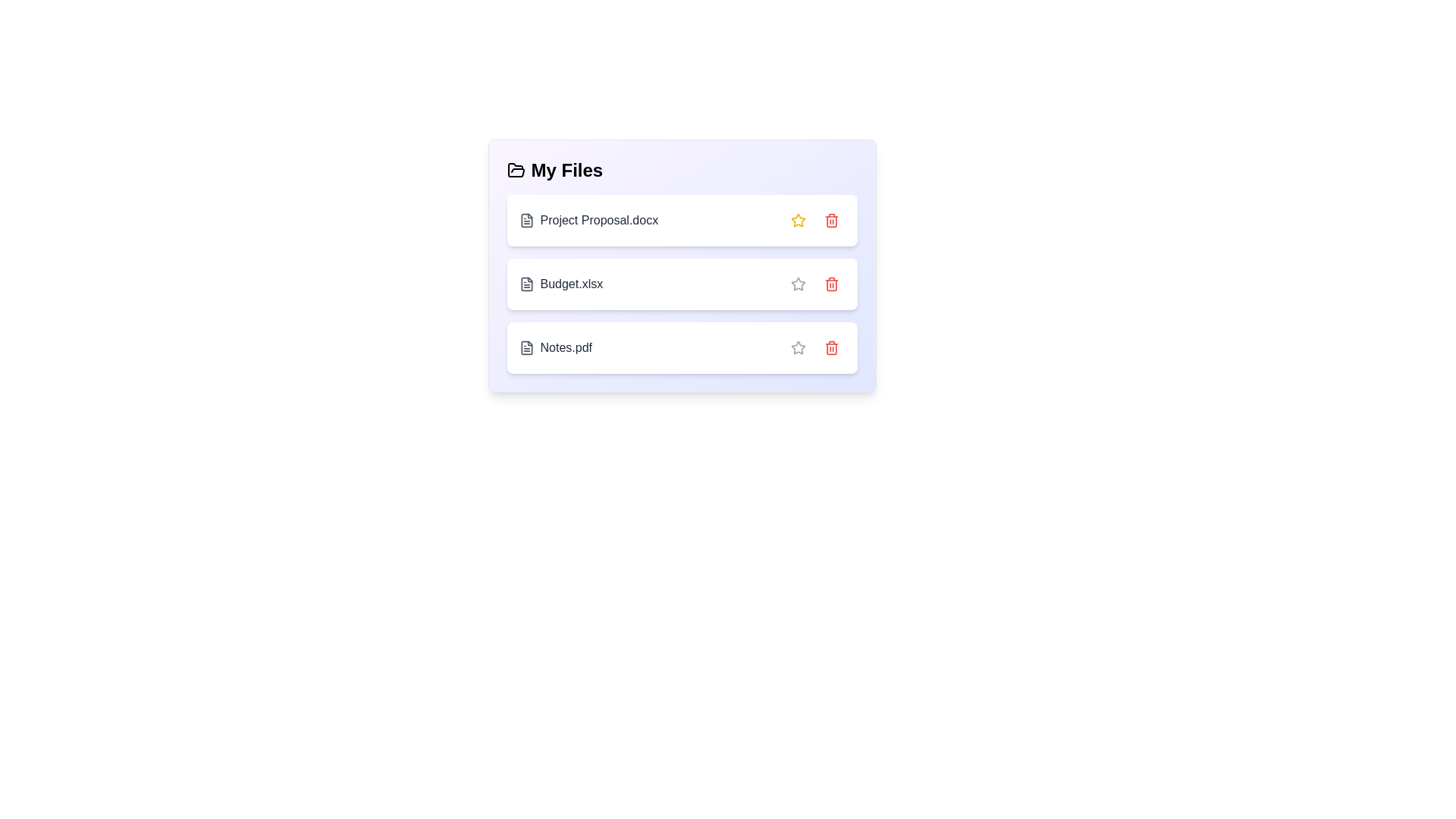 The width and height of the screenshot is (1456, 819). I want to click on trash icon for the file Budget.xlsx to remove it from the list, so click(830, 284).